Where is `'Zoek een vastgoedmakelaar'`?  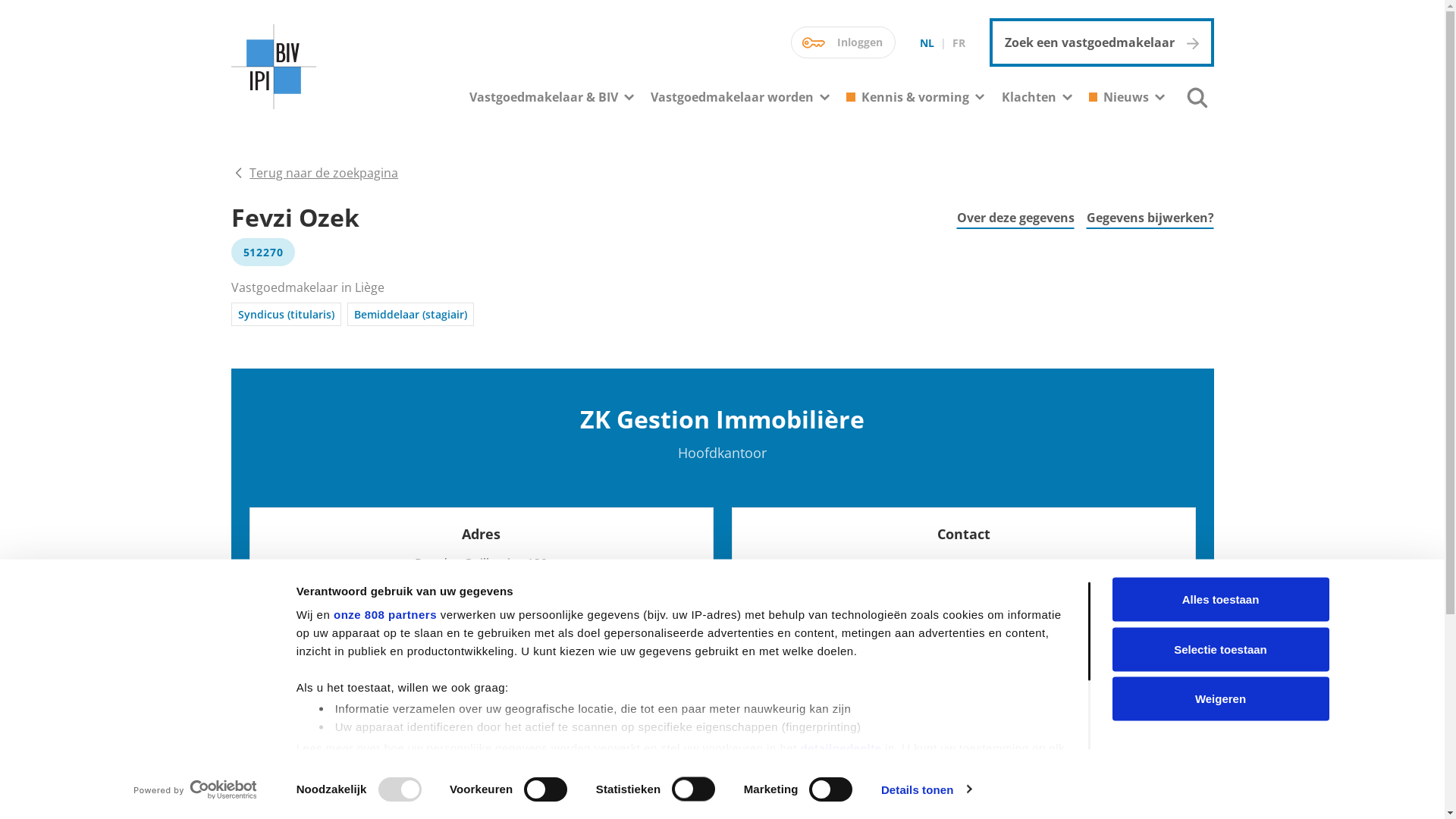 'Zoek een vastgoedmakelaar' is located at coordinates (1101, 42).